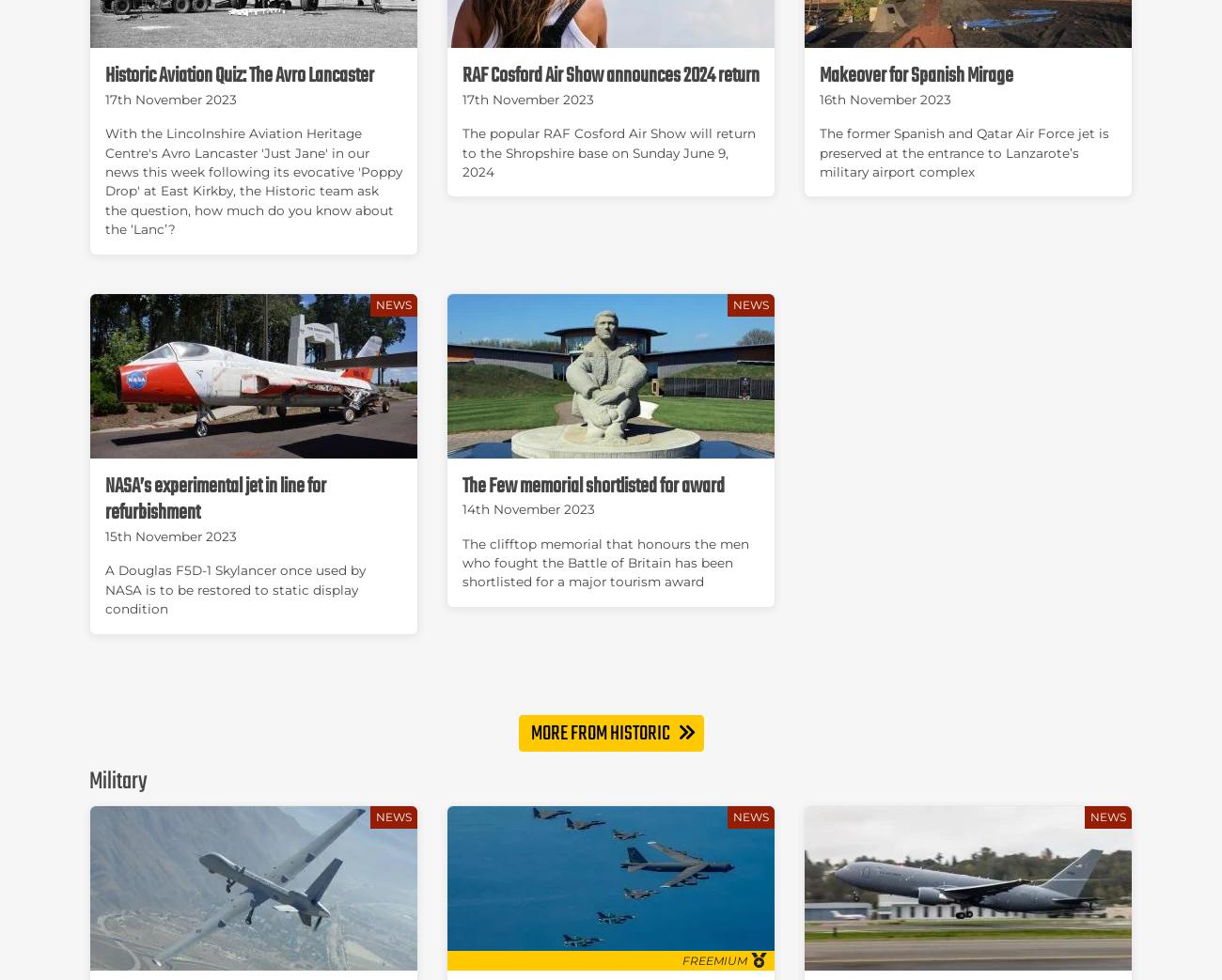 The image size is (1222, 980). Describe the element at coordinates (608, 150) in the screenshot. I see `'The popular RAF Cosford Air Show will return to the Shropshire base on Sunday June 9, 2024'` at that location.